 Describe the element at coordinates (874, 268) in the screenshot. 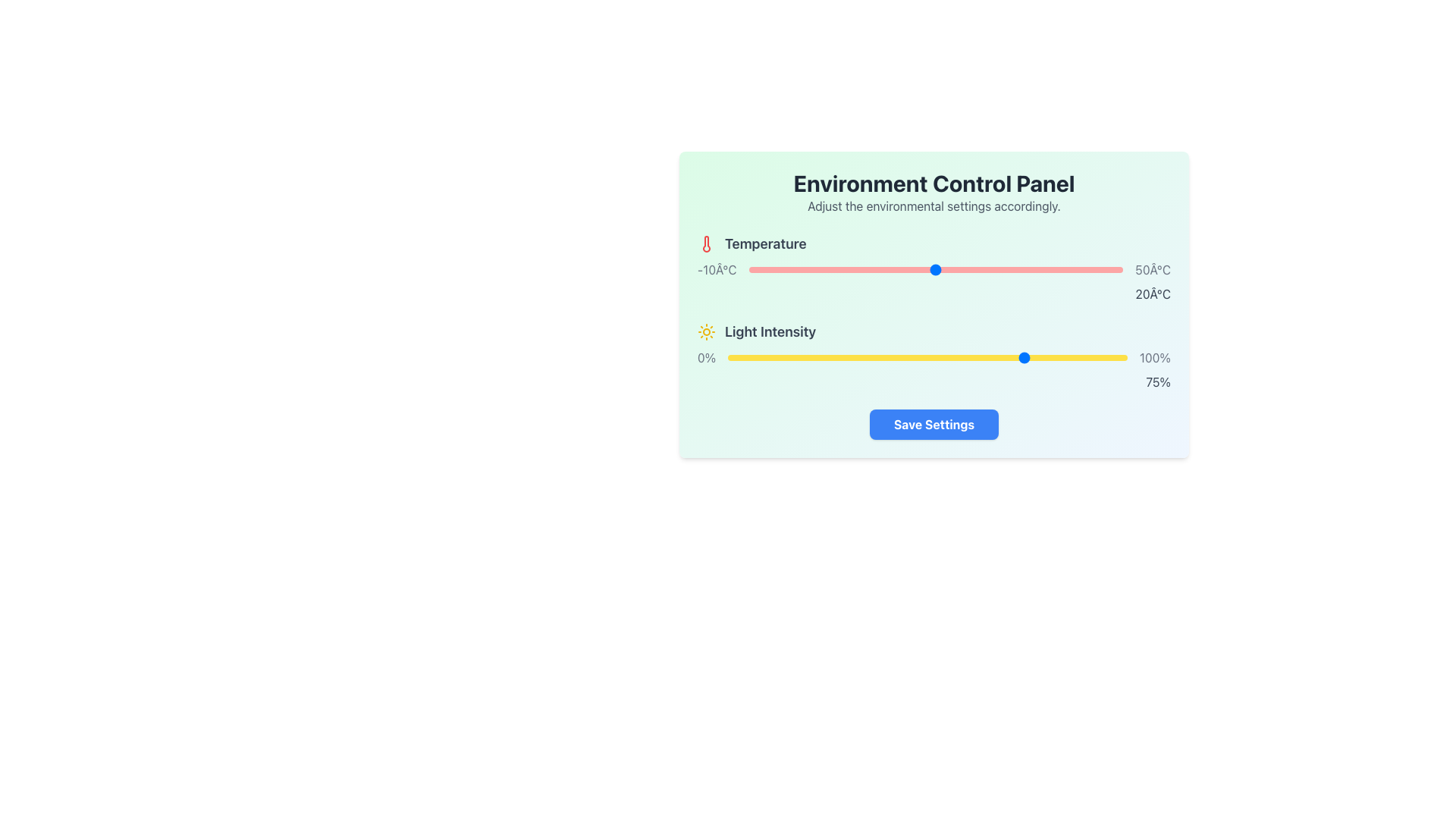

I see `the temperature slider` at that location.